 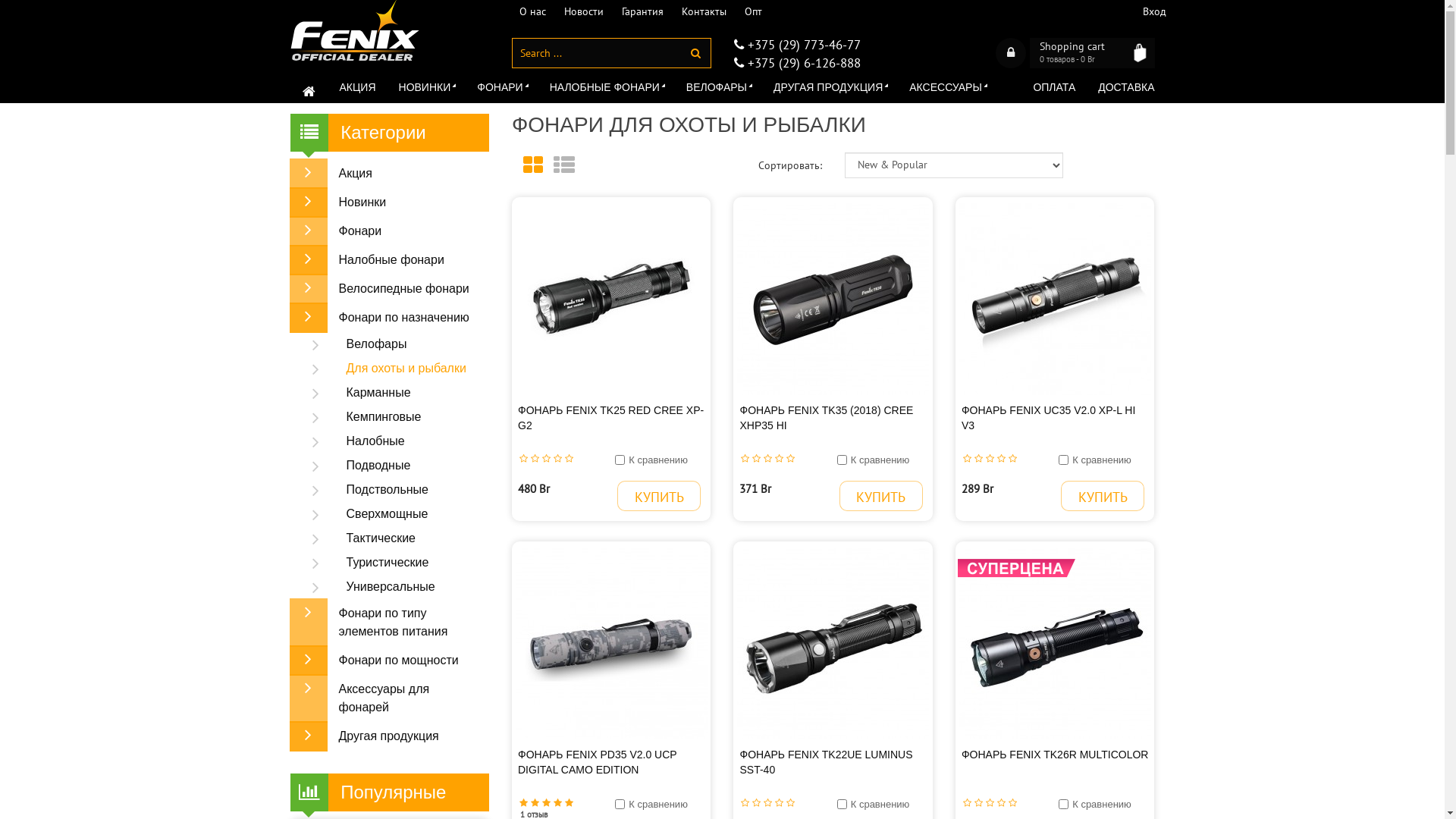 I want to click on 'Login', so click(x=1010, y=52).